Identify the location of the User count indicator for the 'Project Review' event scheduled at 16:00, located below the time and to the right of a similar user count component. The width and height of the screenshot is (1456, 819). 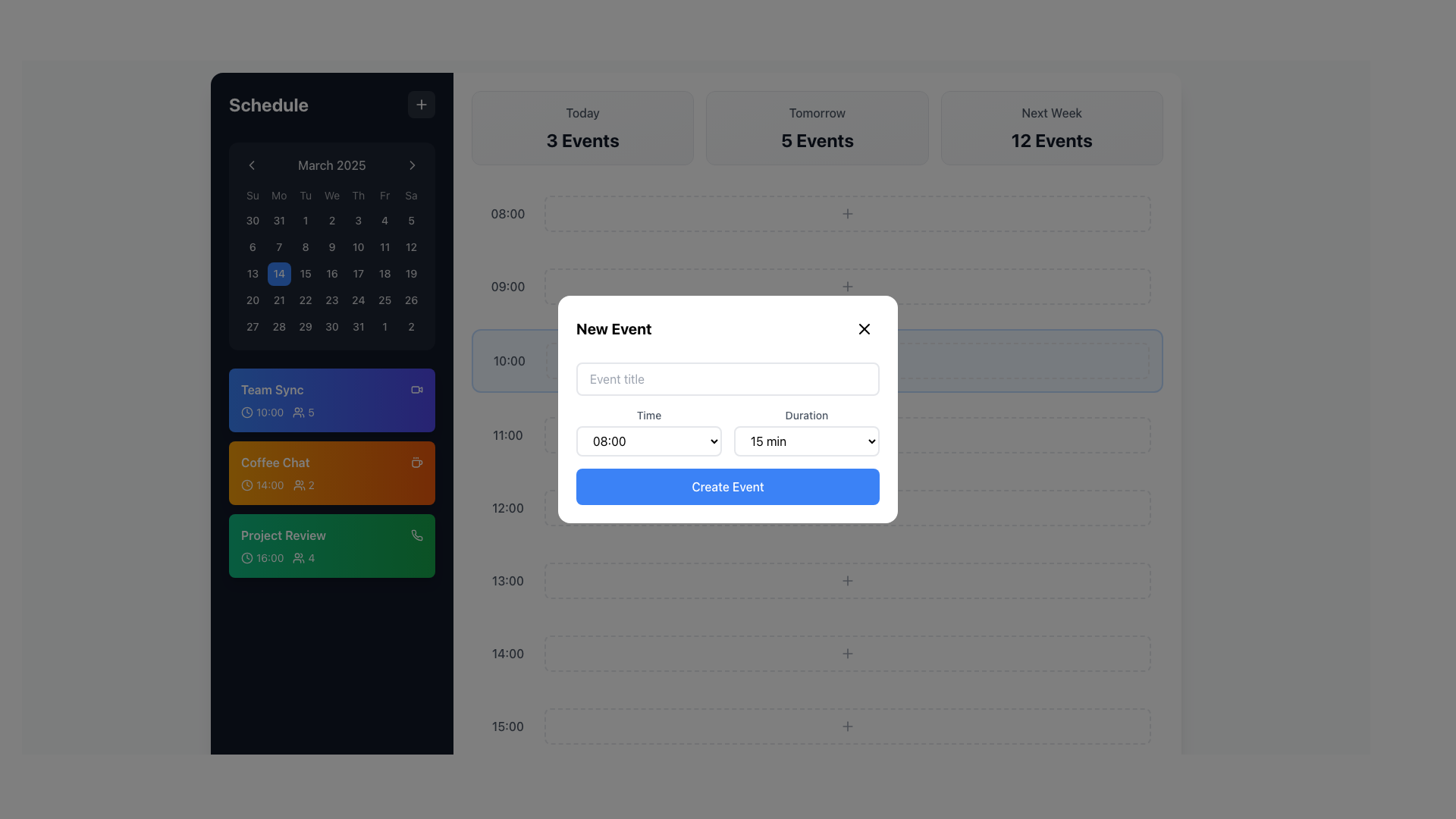
(303, 558).